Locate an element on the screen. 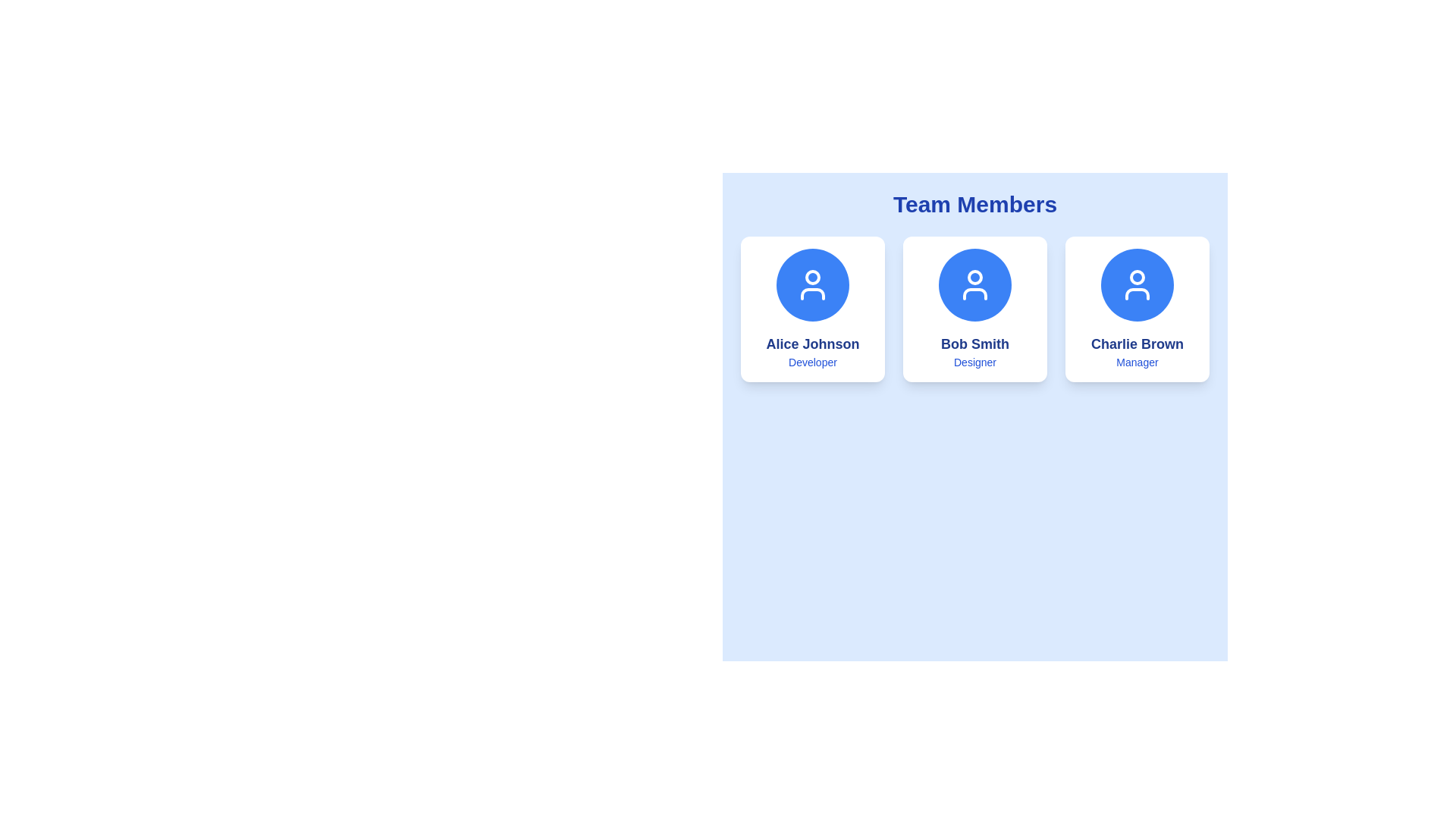  the text label displaying 'Alice Johnson', which is styled in bold dark blue font below the user profile icon in the leftmost card is located at coordinates (811, 344).